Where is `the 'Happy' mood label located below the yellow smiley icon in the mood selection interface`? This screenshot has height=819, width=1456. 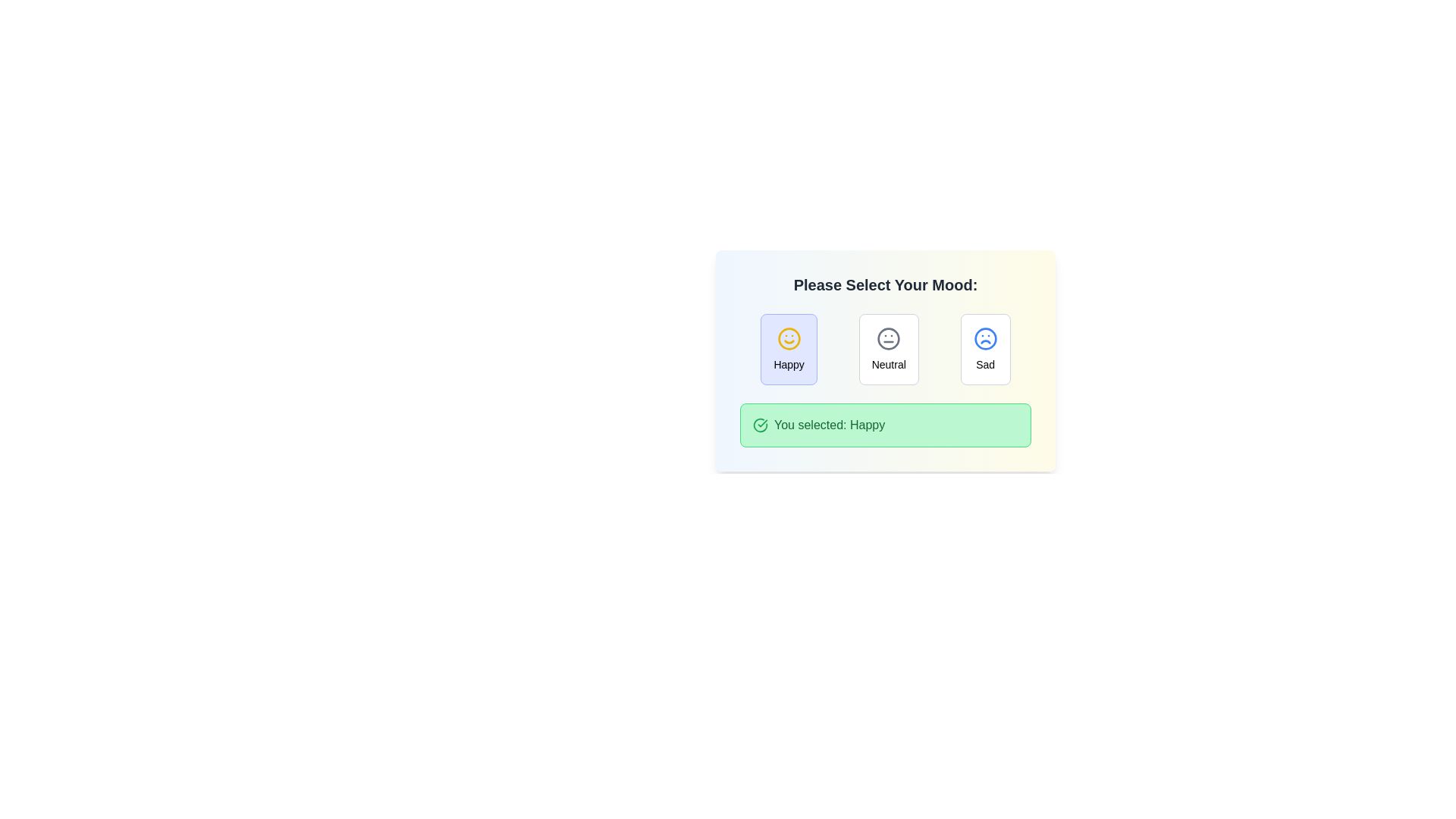 the 'Happy' mood label located below the yellow smiley icon in the mood selection interface is located at coordinates (789, 365).